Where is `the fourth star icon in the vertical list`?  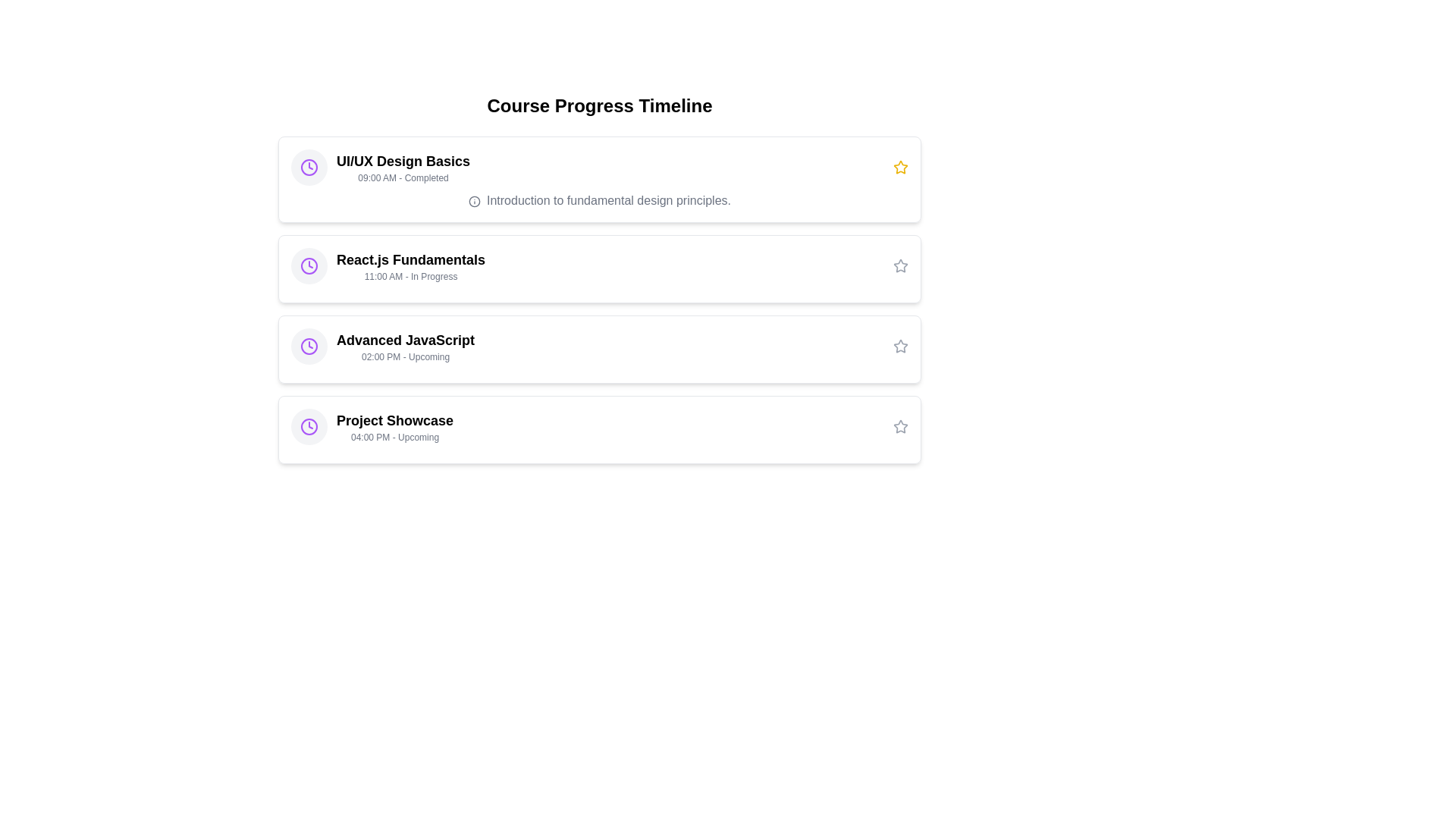 the fourth star icon in the vertical list is located at coordinates (899, 426).